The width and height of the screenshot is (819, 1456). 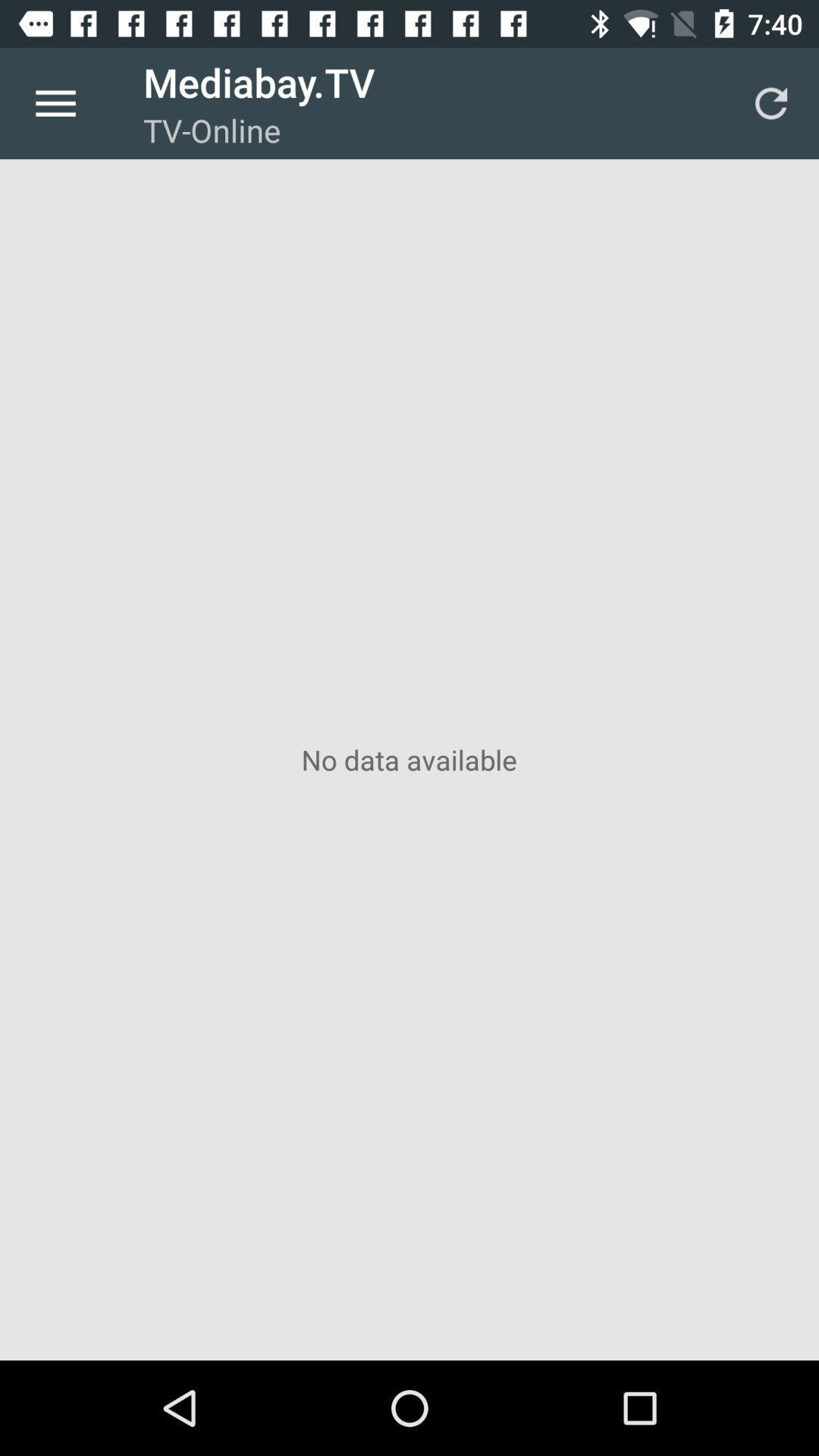 What do you see at coordinates (55, 102) in the screenshot?
I see `icon to the left of the mediabay.tv` at bounding box center [55, 102].